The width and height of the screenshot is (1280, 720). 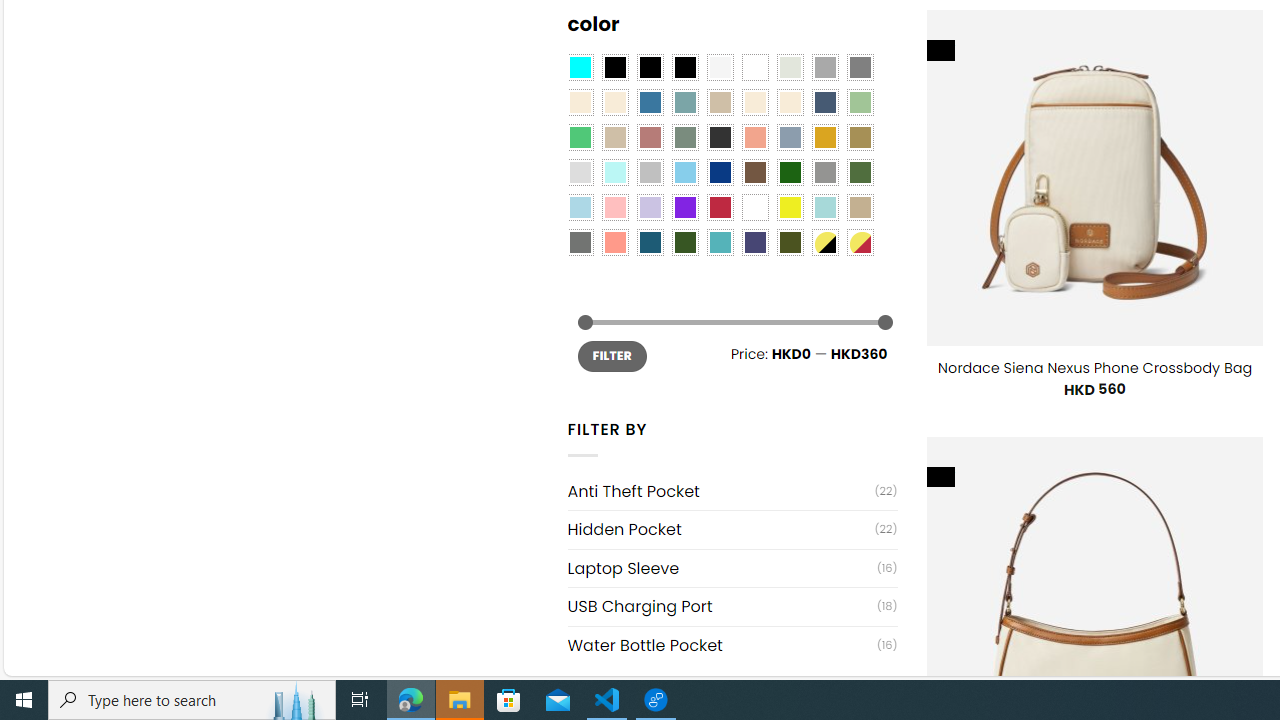 I want to click on 'Gray', so click(x=824, y=171).